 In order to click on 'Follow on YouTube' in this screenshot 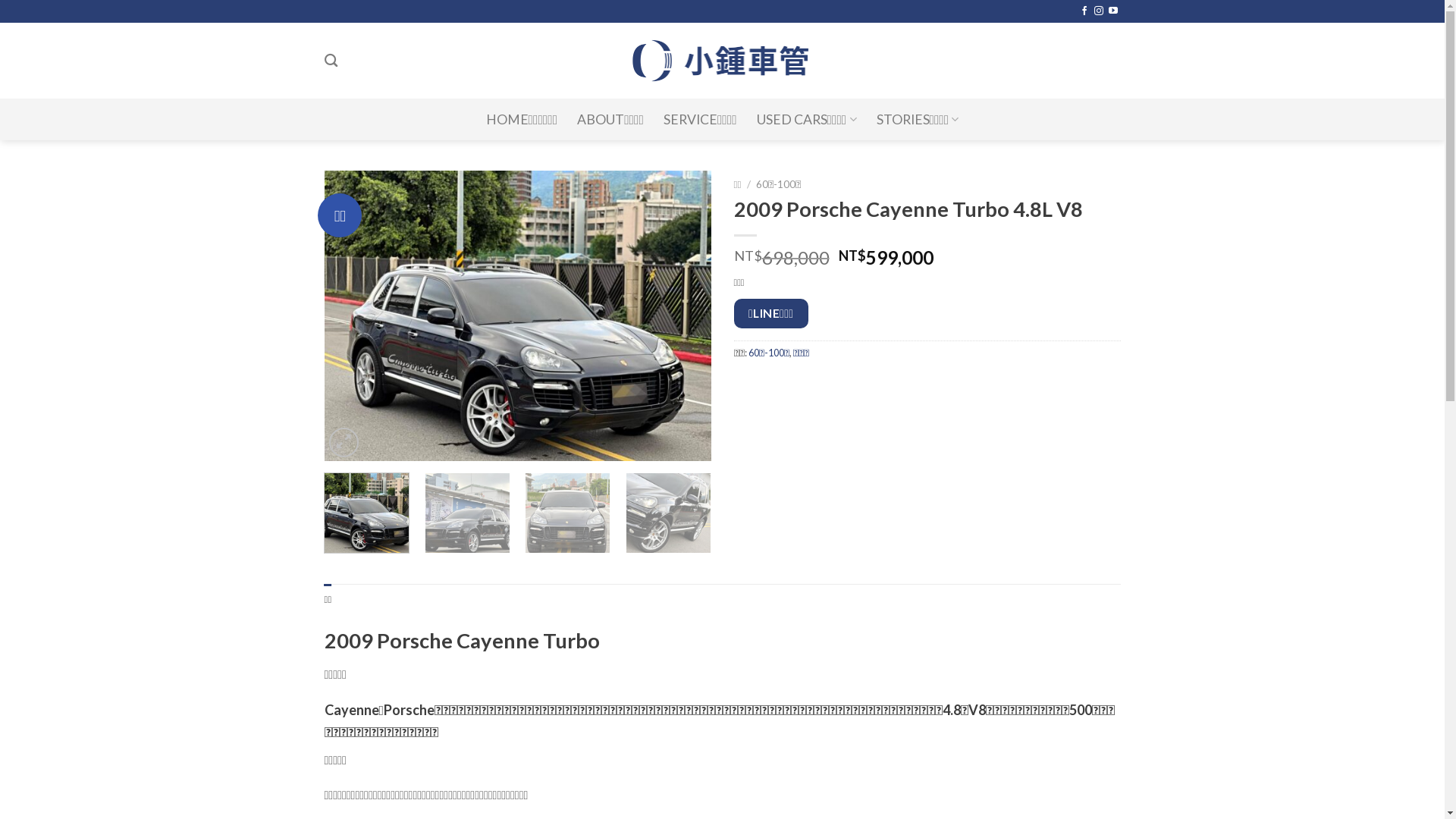, I will do `click(1113, 11)`.